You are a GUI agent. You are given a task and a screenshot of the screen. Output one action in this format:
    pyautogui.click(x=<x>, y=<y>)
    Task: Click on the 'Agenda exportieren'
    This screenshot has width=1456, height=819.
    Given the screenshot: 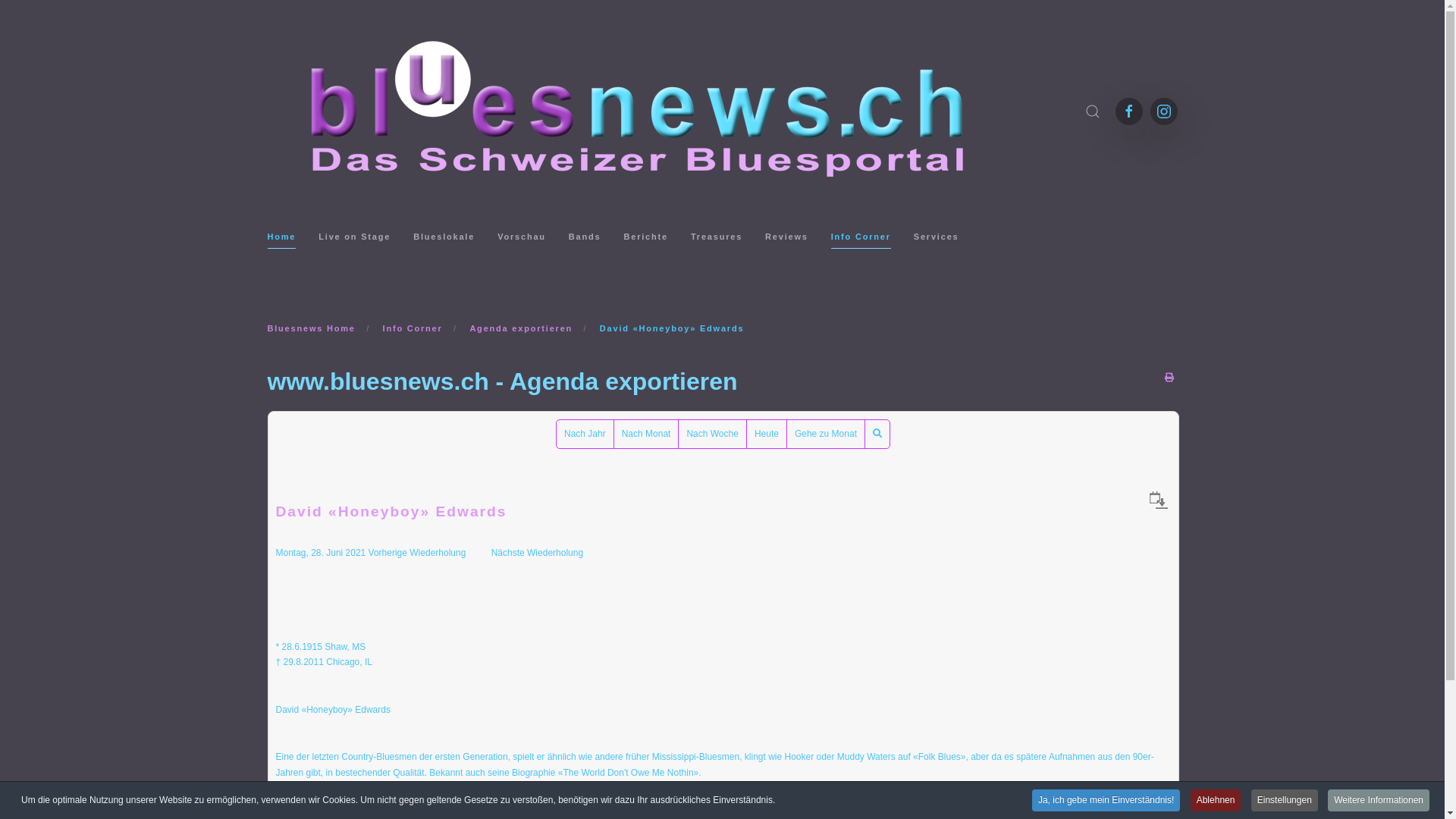 What is the action you would take?
    pyautogui.click(x=520, y=327)
    